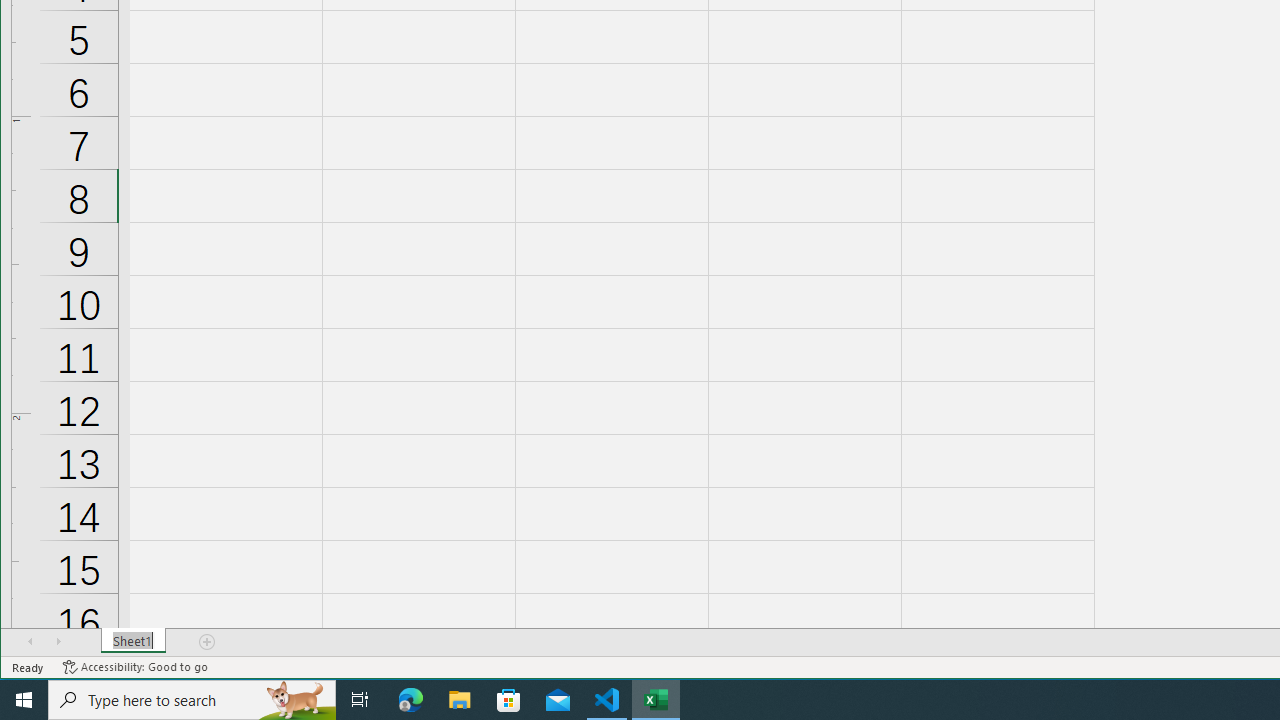 The image size is (1280, 720). Describe the element at coordinates (606, 698) in the screenshot. I see `'Visual Studio Code - 1 running window'` at that location.